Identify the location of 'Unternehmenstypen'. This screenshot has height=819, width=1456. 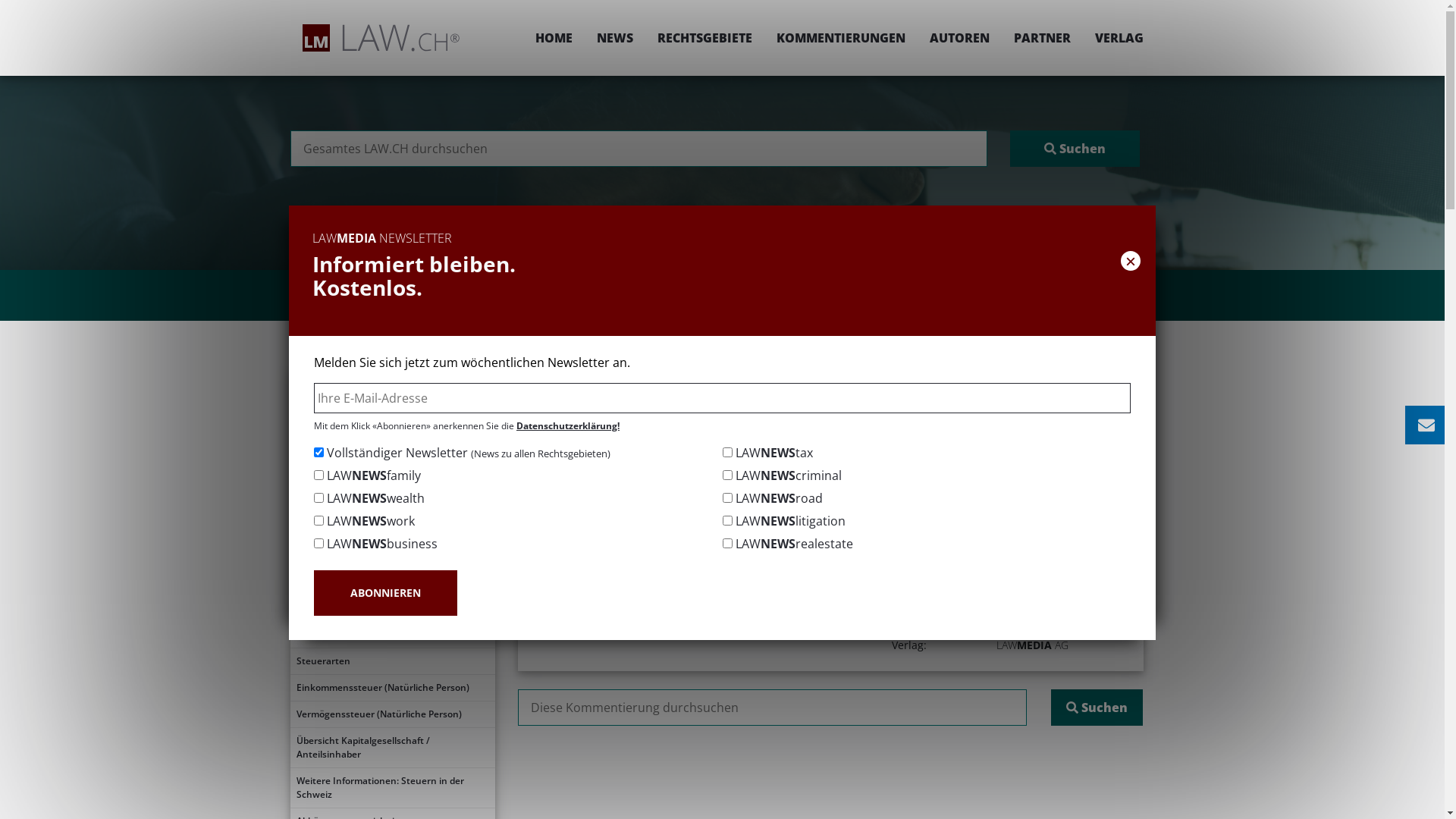
(392, 607).